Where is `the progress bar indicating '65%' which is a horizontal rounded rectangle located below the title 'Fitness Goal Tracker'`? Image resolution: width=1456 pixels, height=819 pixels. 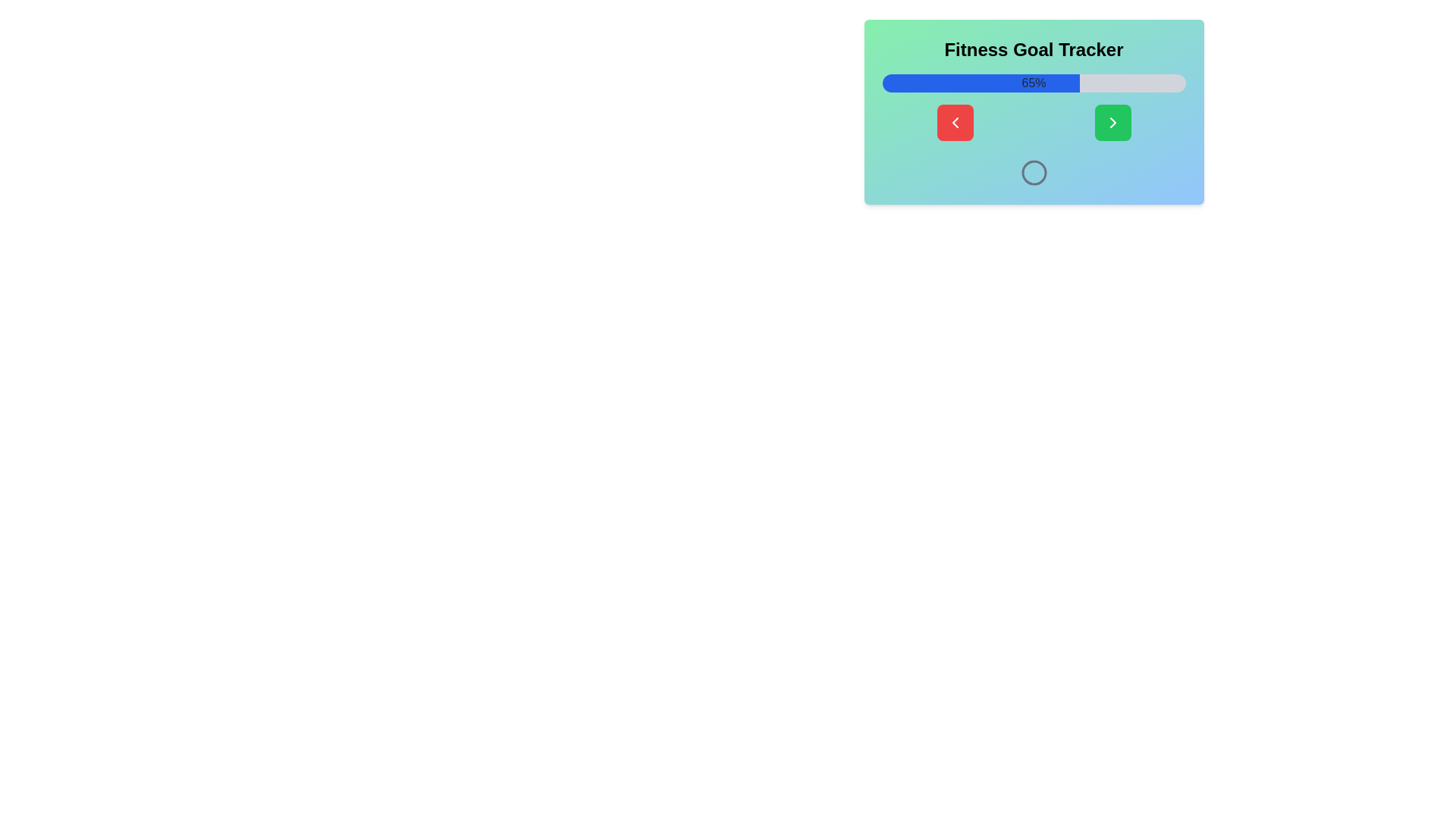
the progress bar indicating '65%' which is a horizontal rounded rectangle located below the title 'Fitness Goal Tracker' is located at coordinates (1033, 83).